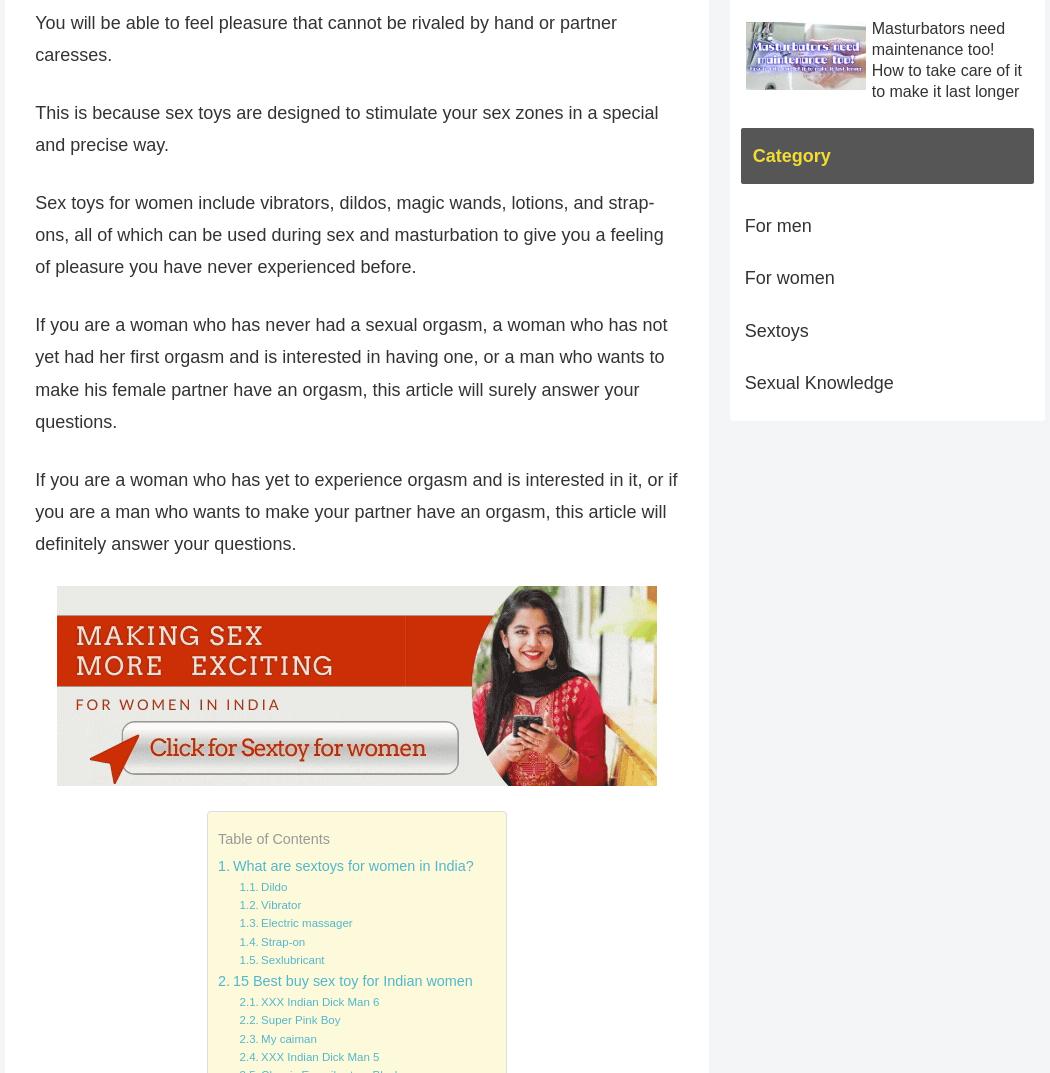 This screenshot has height=1073, width=1050. What do you see at coordinates (34, 127) in the screenshot?
I see `'This is because sex toys are designed to stimulate your sex zones in a special and precise way.'` at bounding box center [34, 127].